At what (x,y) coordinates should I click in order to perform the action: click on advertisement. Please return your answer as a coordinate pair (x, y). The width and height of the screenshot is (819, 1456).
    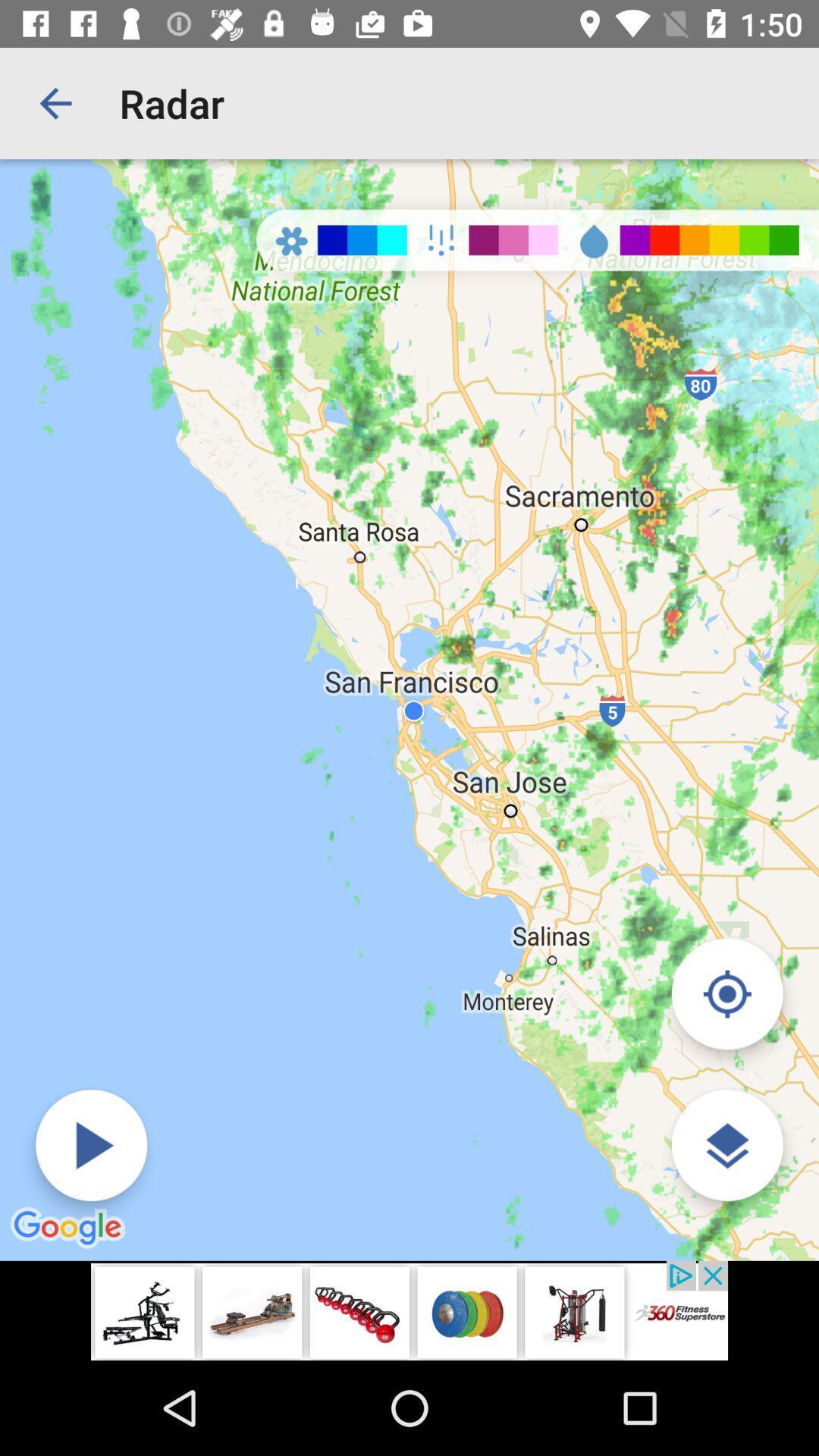
    Looking at the image, I should click on (409, 1310).